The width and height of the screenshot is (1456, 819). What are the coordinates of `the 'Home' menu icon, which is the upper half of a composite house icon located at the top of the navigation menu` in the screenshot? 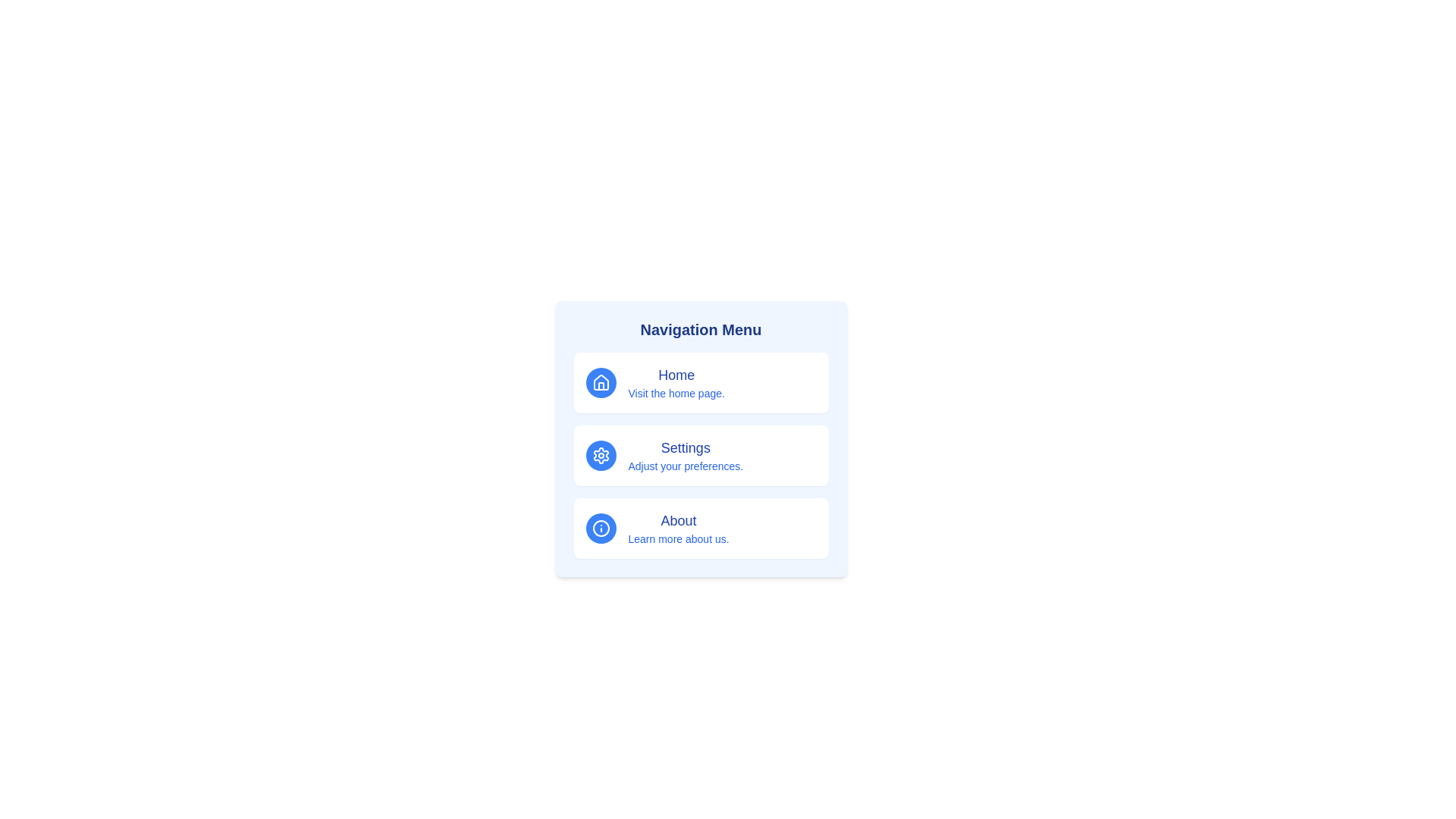 It's located at (600, 381).